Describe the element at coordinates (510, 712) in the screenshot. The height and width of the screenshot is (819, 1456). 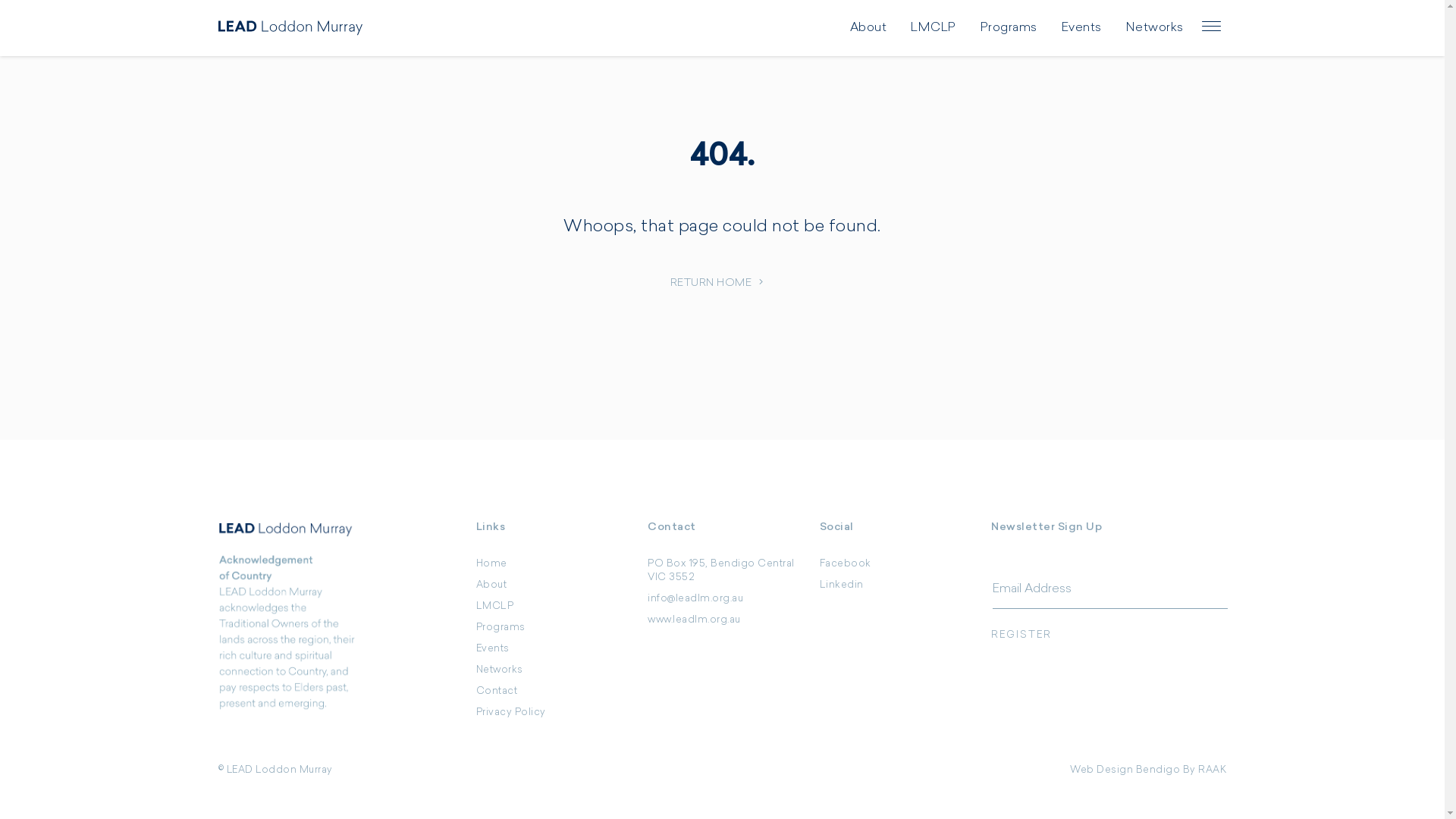
I see `'Privacy Policy'` at that location.